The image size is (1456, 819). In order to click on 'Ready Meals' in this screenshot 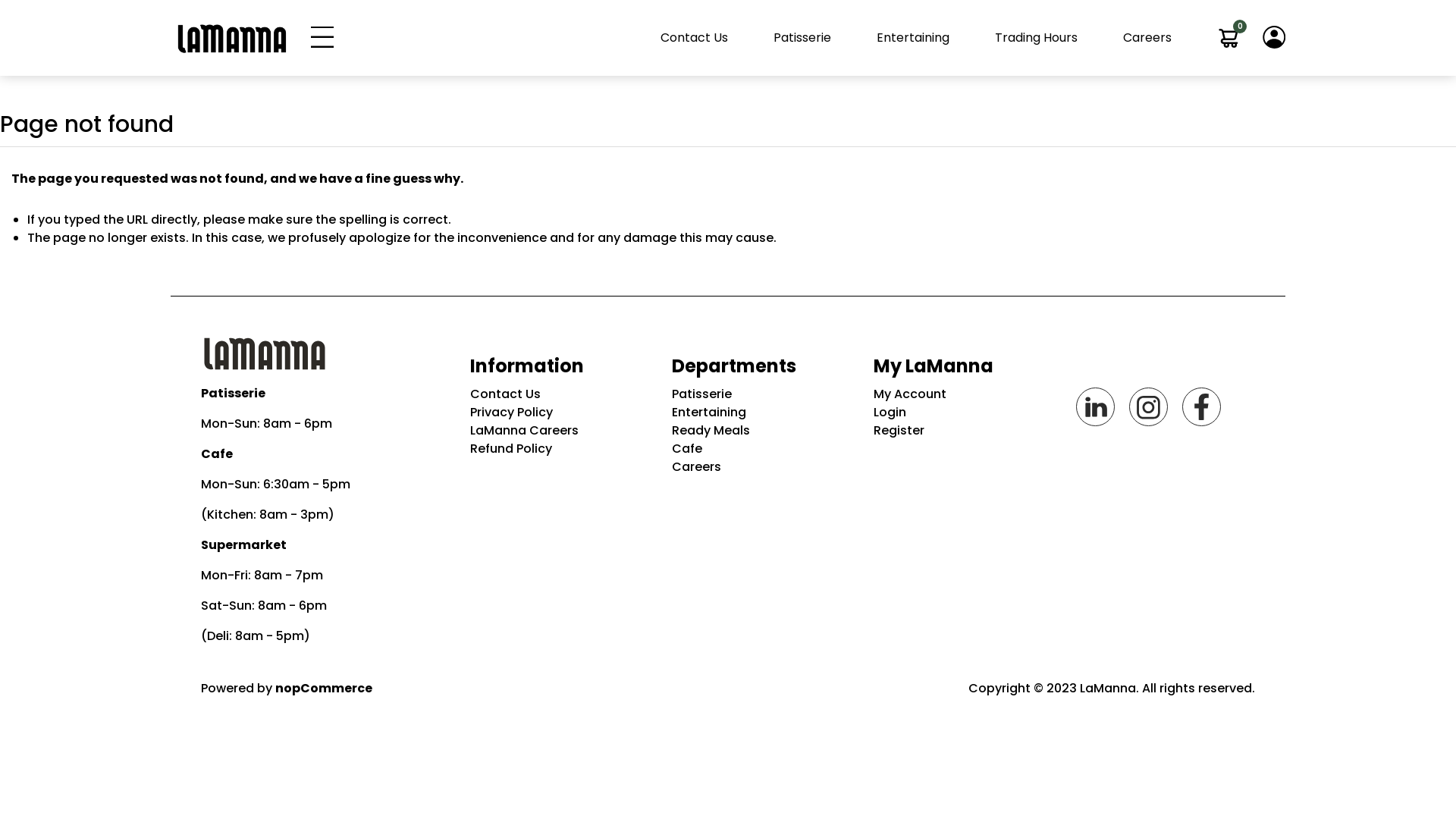, I will do `click(671, 430)`.